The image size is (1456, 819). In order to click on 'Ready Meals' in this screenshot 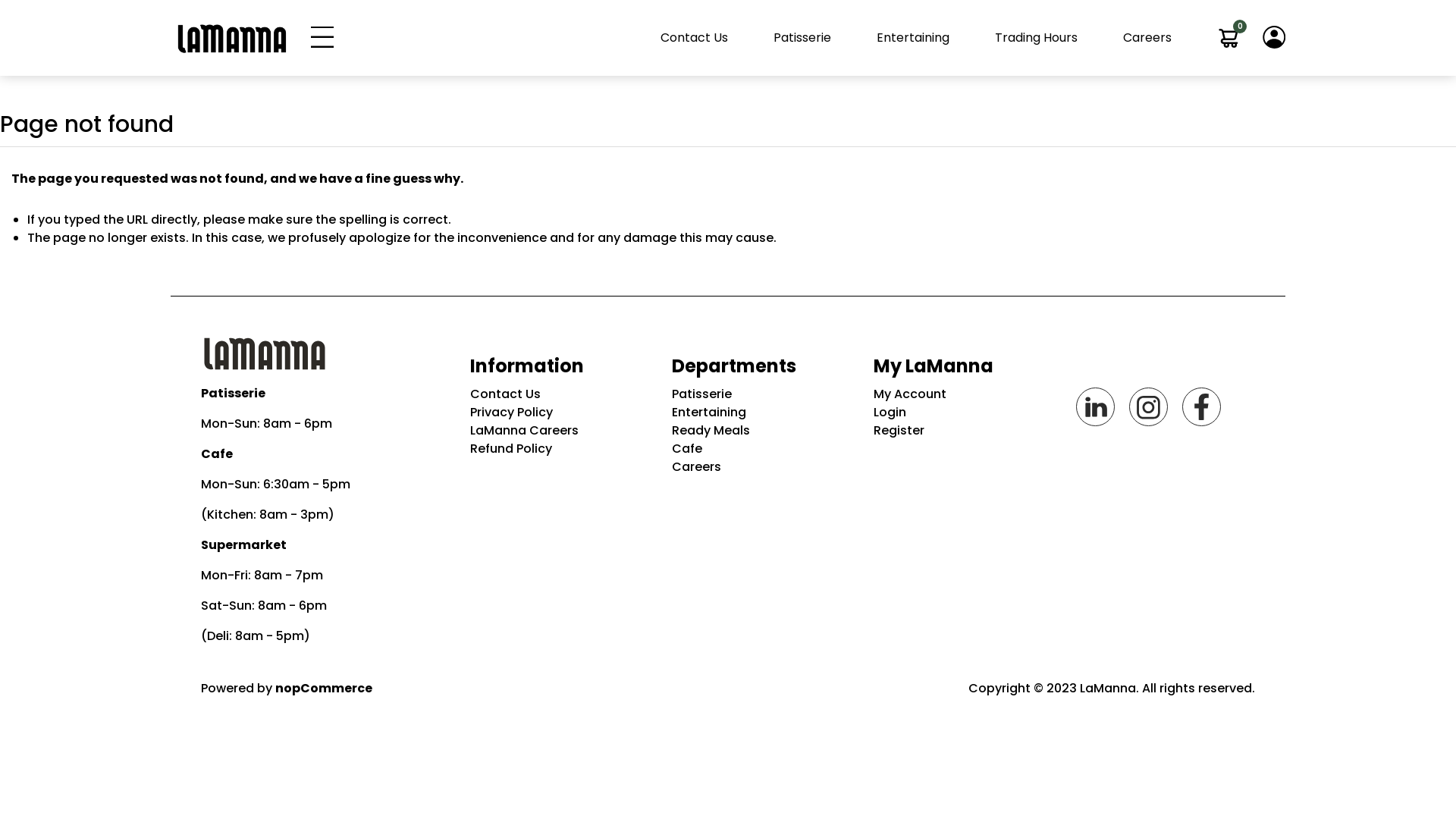, I will do `click(671, 430)`.